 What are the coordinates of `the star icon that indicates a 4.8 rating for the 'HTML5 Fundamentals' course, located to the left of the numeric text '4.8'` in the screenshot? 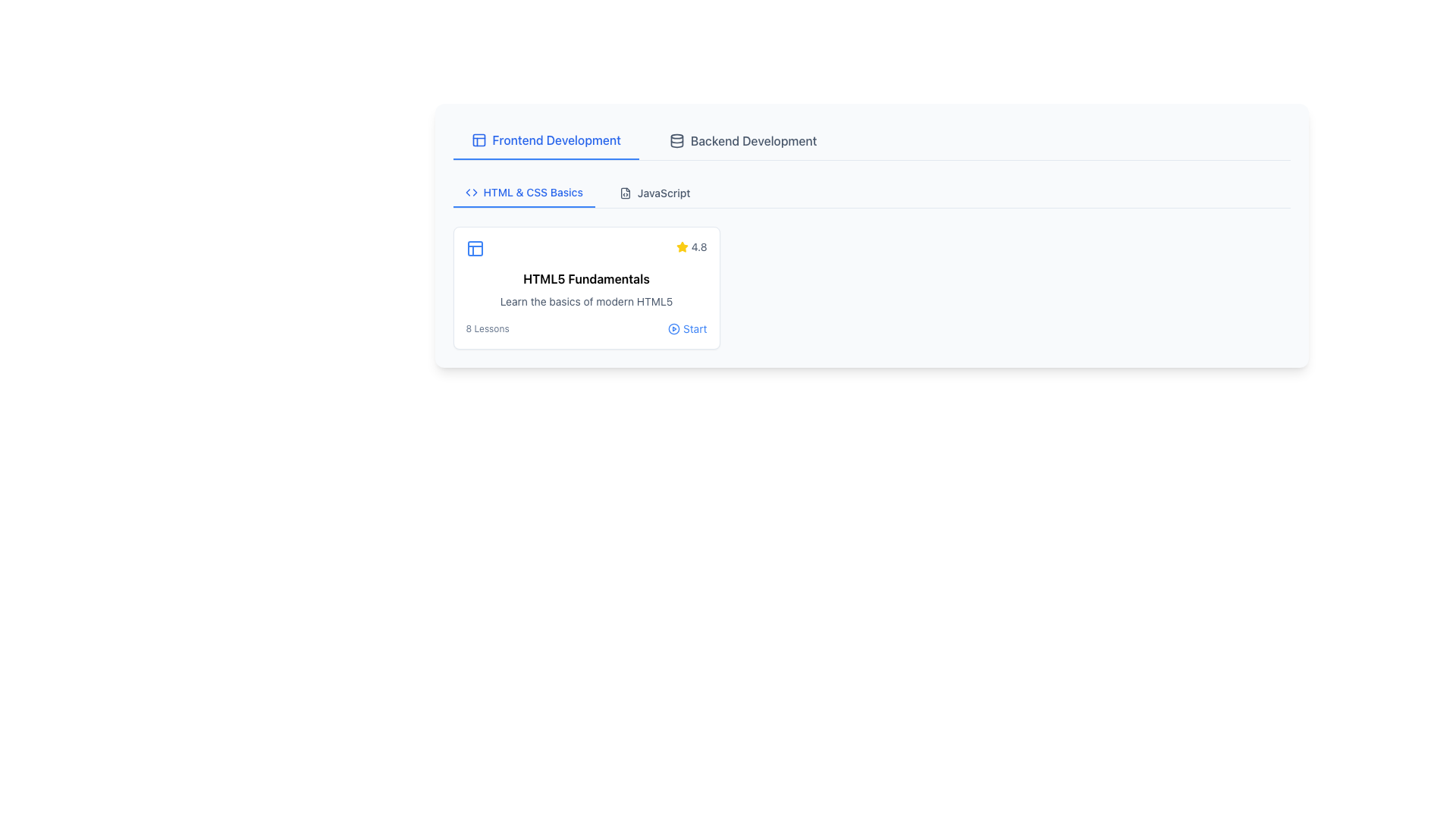 It's located at (681, 246).